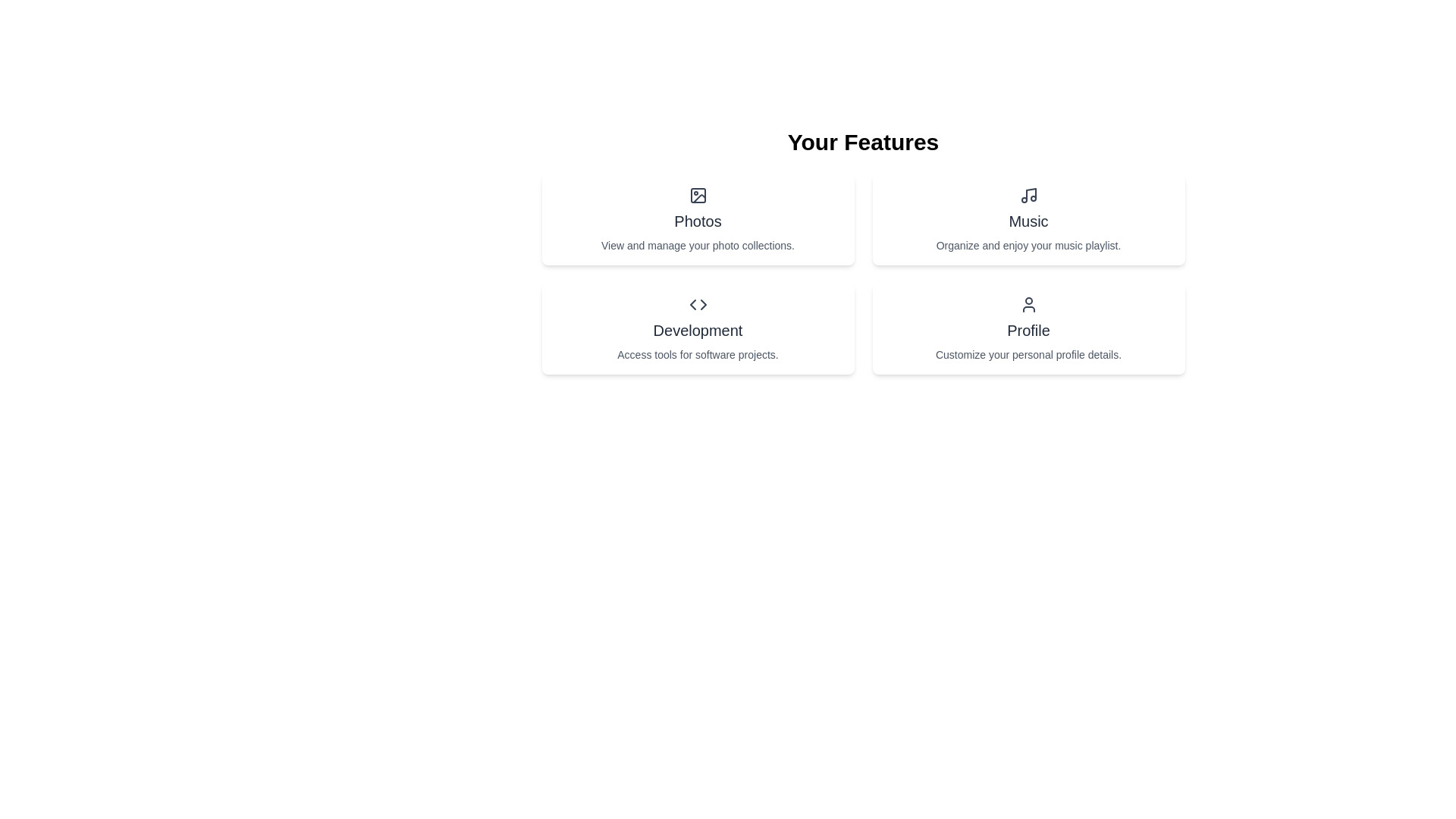 The height and width of the screenshot is (819, 1456). Describe the element at coordinates (1031, 193) in the screenshot. I see `the 'Music' feature icon located at the top right section of the feature box grid below the title 'Your Features'` at that location.